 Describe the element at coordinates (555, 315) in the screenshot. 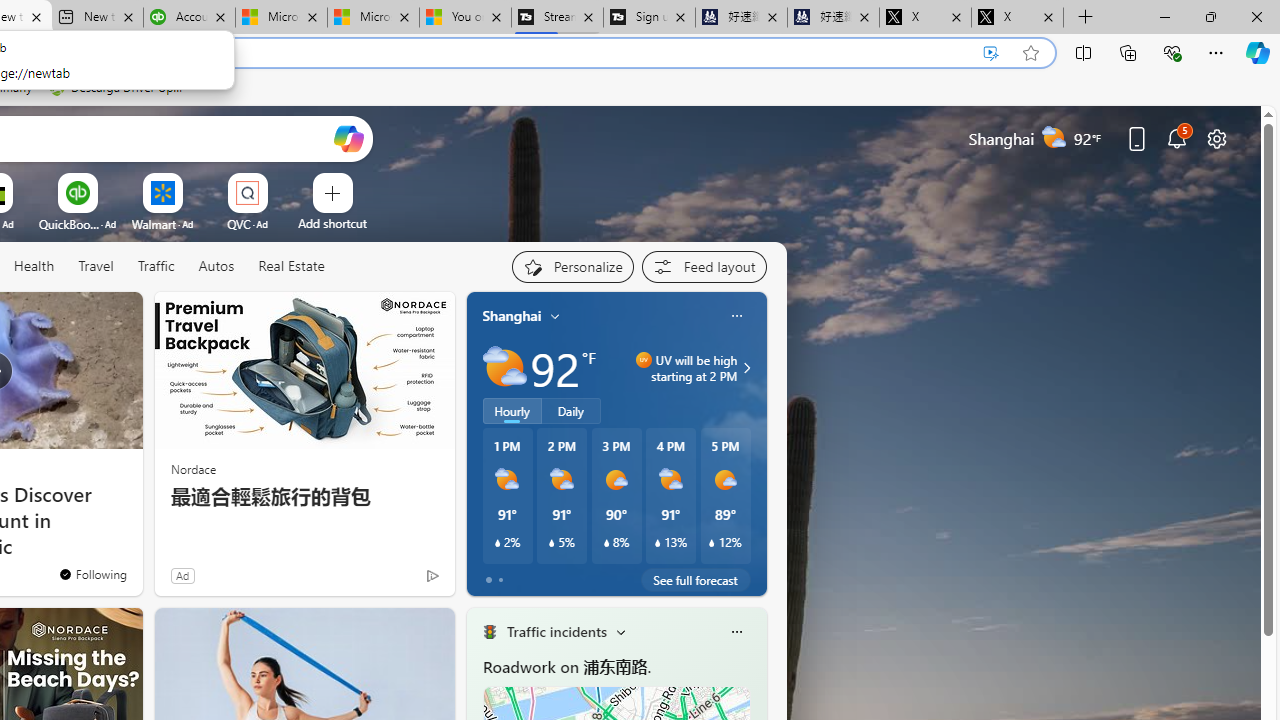

I see `'My location'` at that location.